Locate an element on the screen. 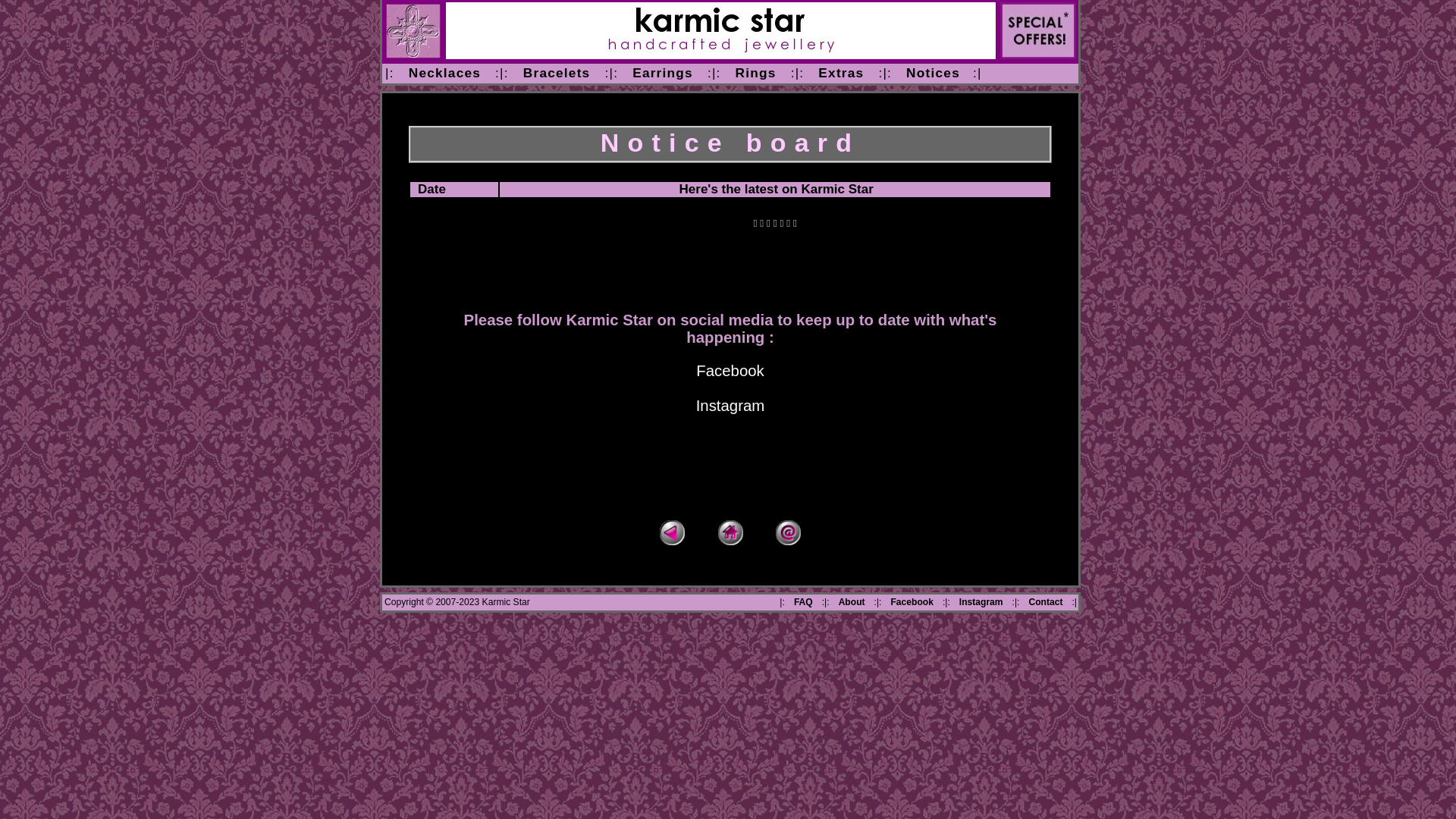 This screenshot has height=819, width=1456. 'Rings' is located at coordinates (756, 73).